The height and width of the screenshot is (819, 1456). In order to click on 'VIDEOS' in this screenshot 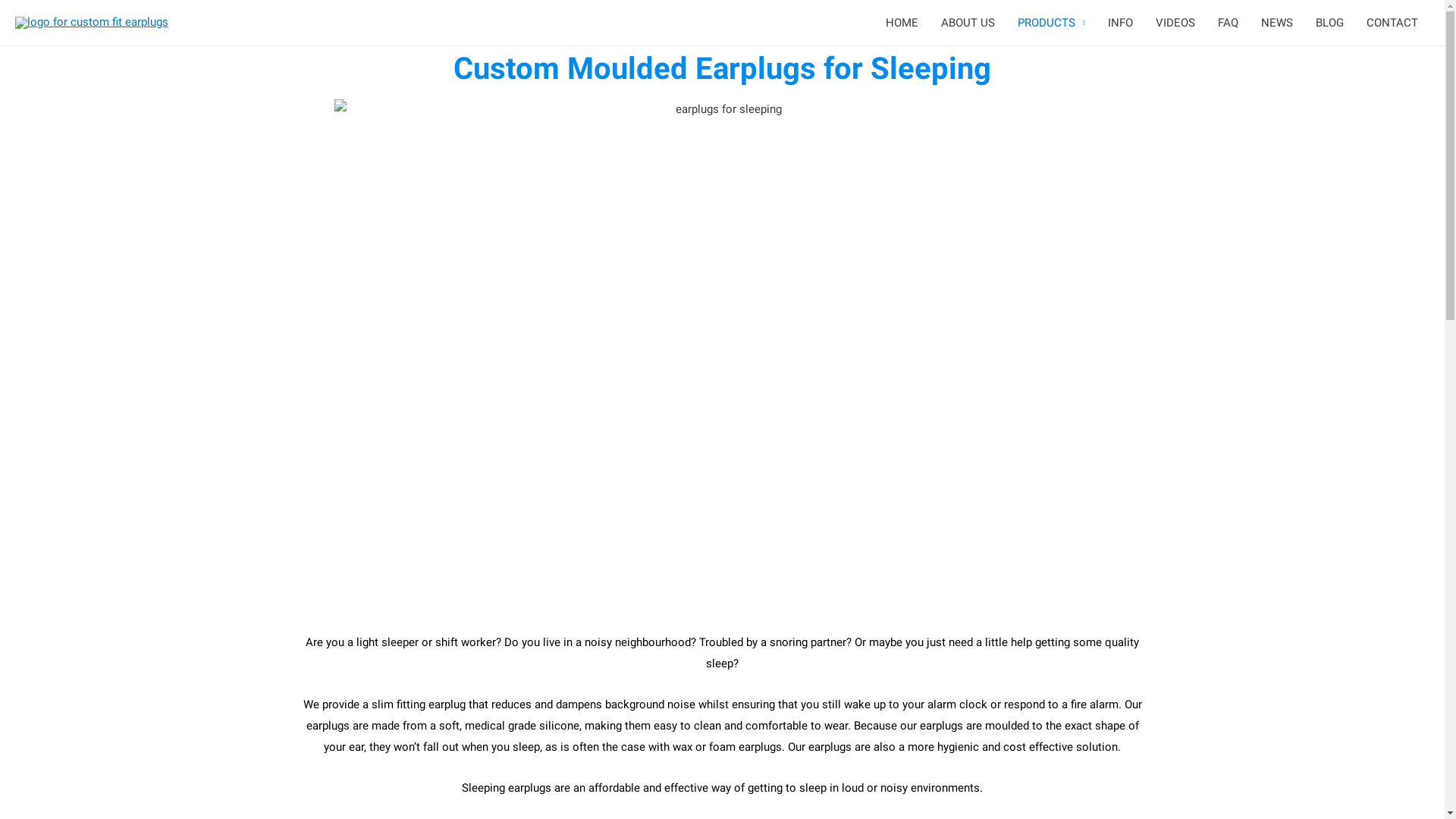, I will do `click(1175, 23)`.